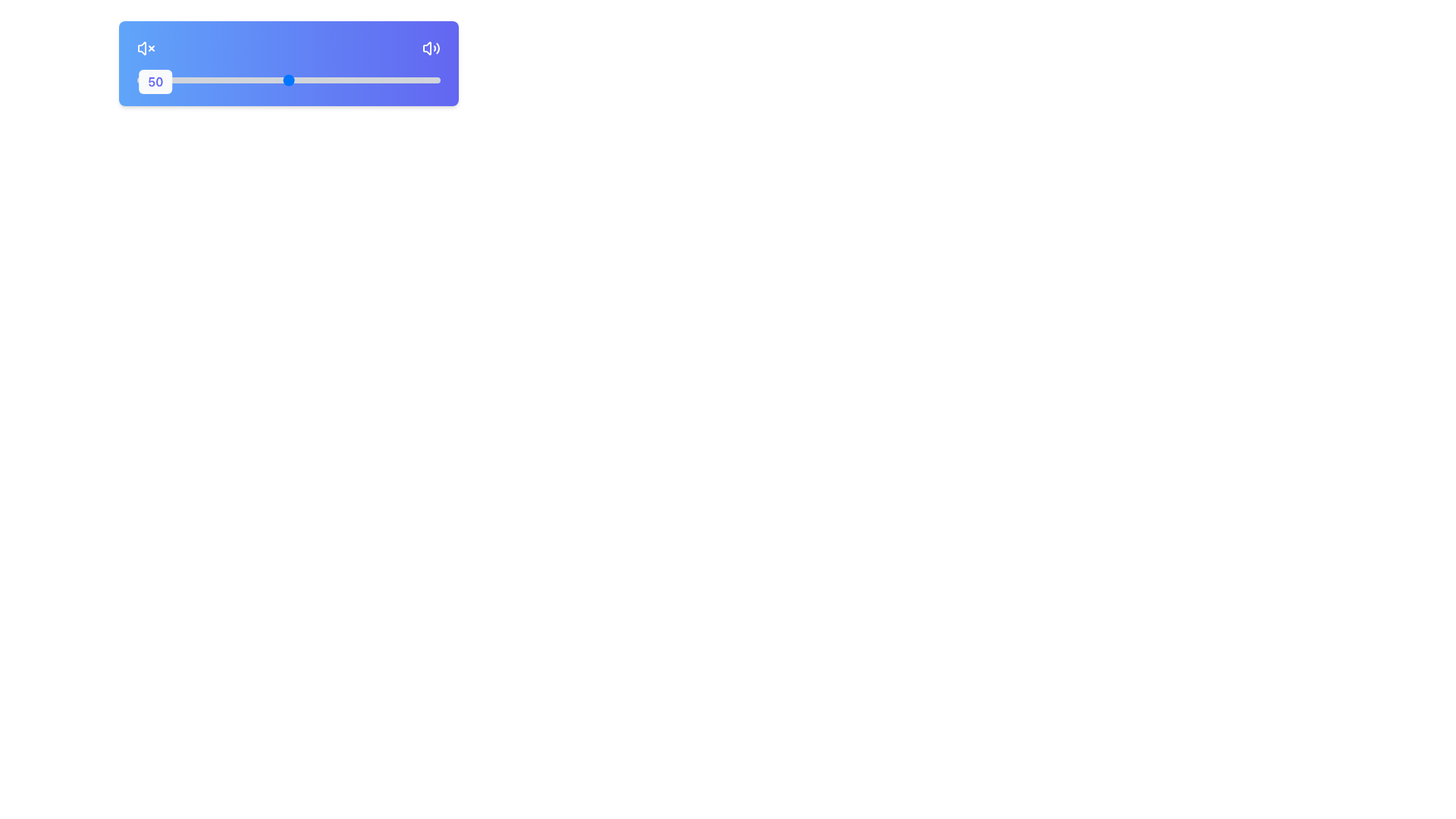 The width and height of the screenshot is (1456, 819). What do you see at coordinates (298, 80) in the screenshot?
I see `the slider` at bounding box center [298, 80].